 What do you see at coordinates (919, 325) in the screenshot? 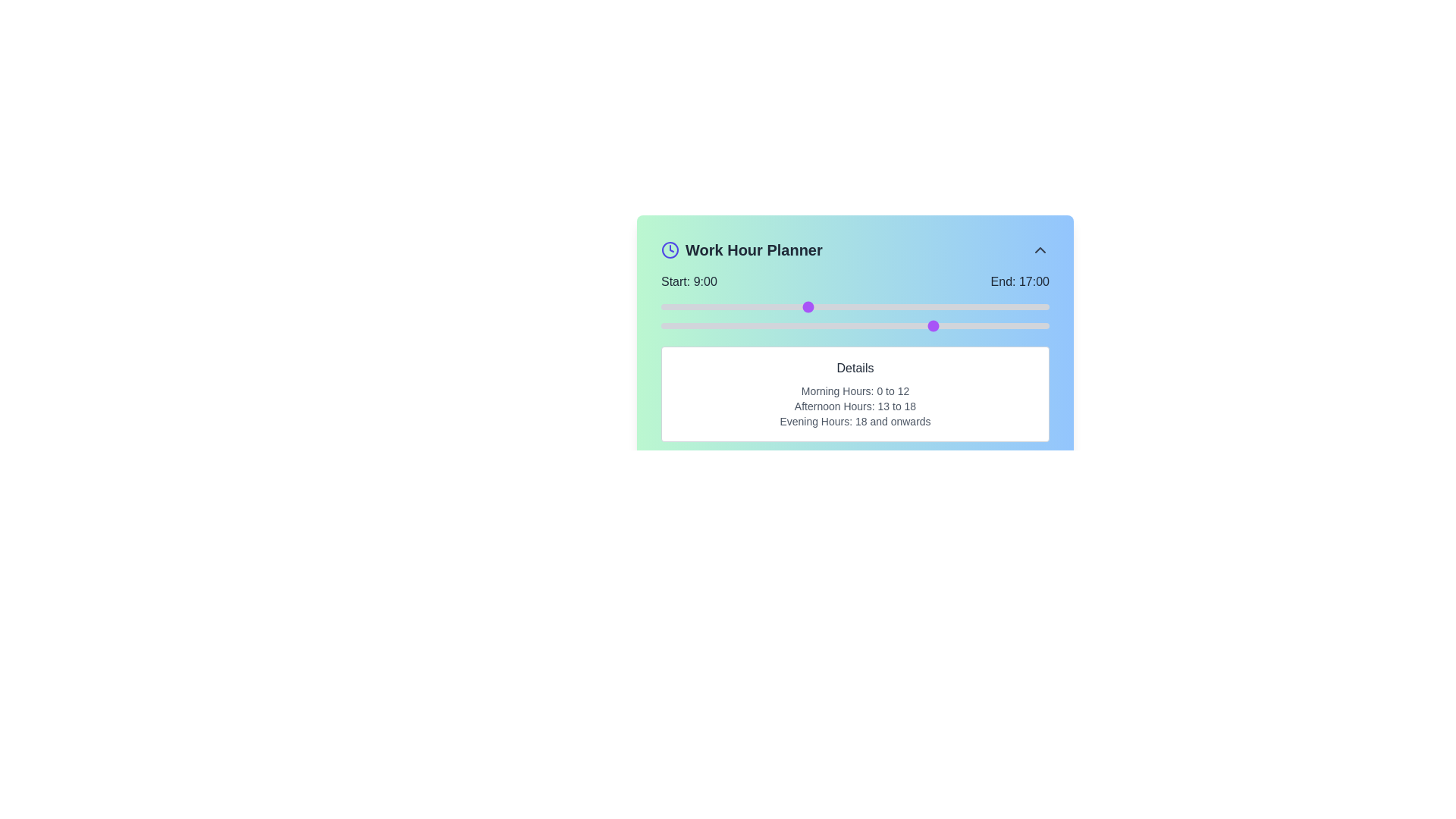
I see `the end time slider to 16 hours` at bounding box center [919, 325].